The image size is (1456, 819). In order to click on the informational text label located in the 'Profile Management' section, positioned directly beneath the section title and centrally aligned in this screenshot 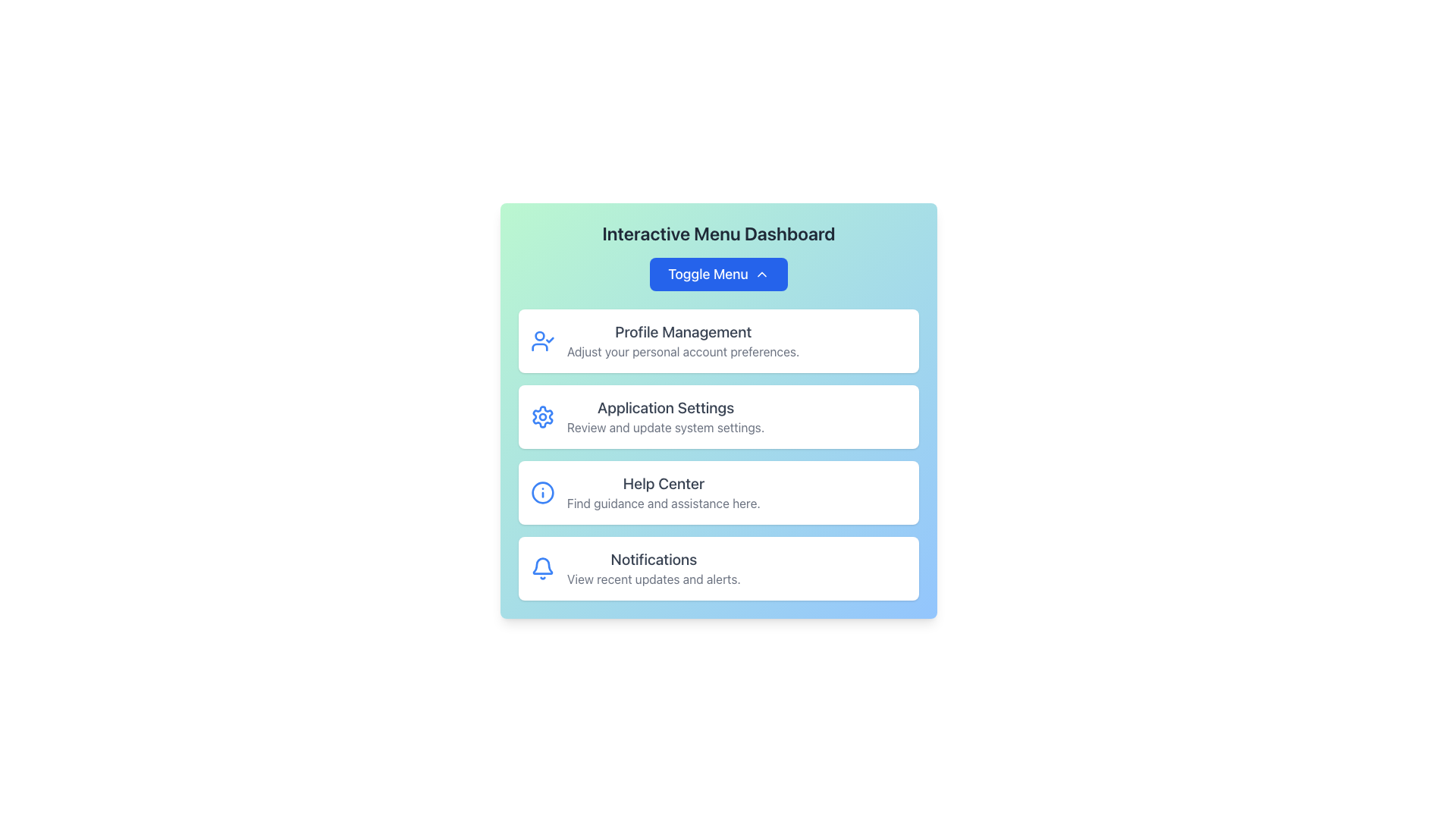, I will do `click(682, 351)`.